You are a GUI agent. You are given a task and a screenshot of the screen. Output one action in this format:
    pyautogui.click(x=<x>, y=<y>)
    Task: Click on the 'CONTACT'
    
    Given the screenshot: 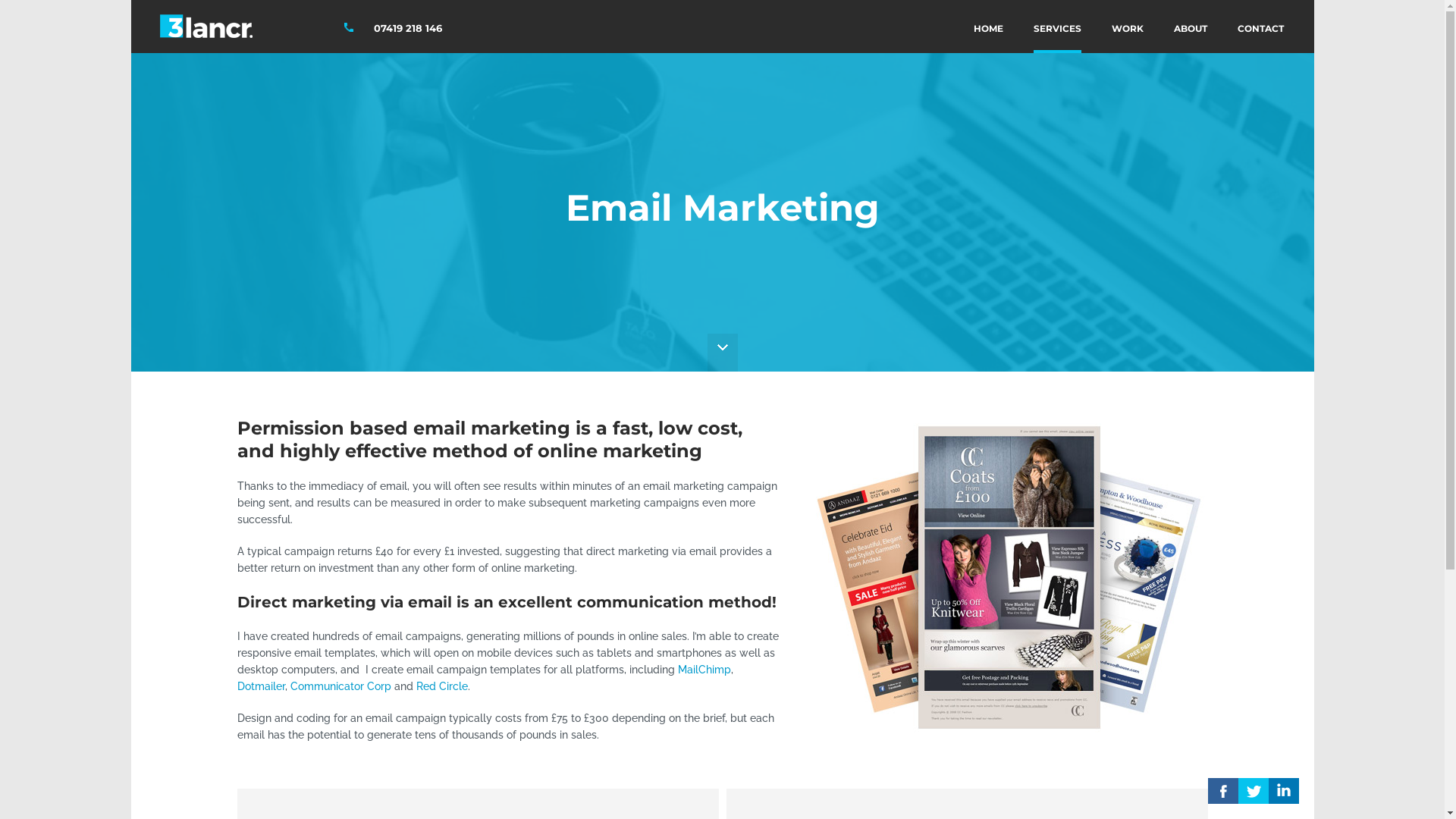 What is the action you would take?
    pyautogui.click(x=1260, y=26)
    